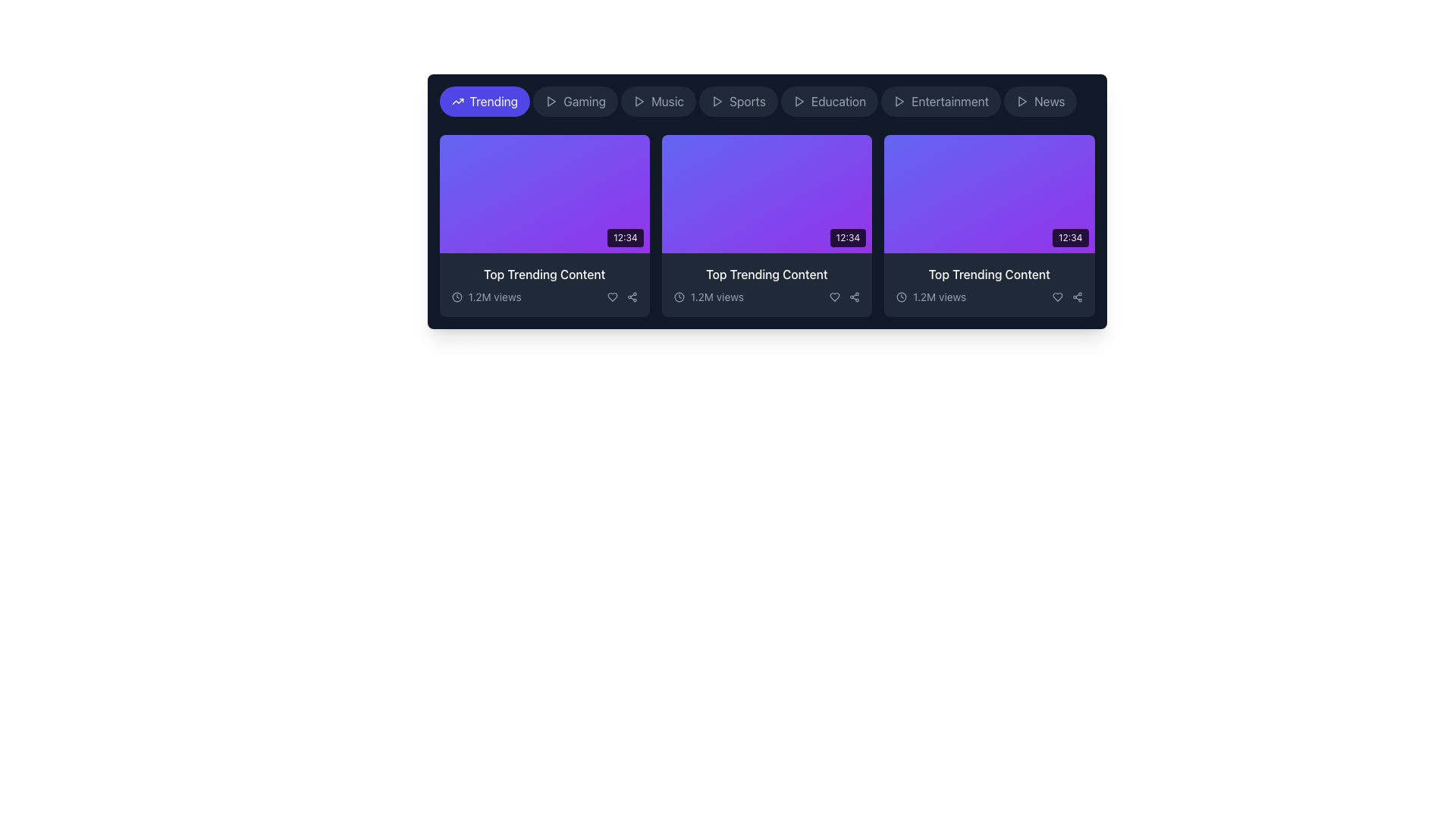  What do you see at coordinates (457, 102) in the screenshot?
I see `the graphic icon representing a symbolic upward trend located to the left of the 'Trending' label in the horizontal menu bar at the top of the interface` at bounding box center [457, 102].